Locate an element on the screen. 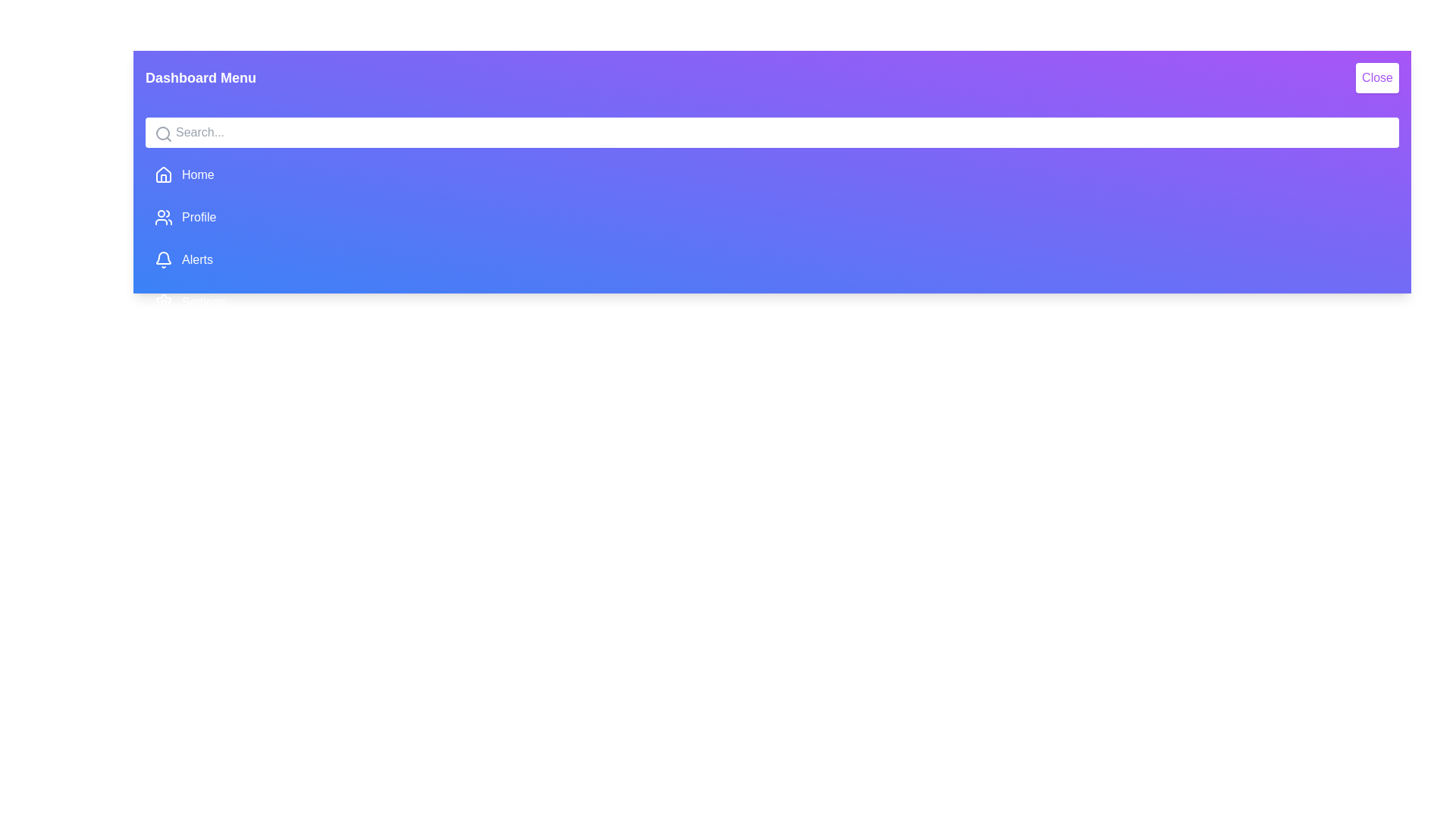 The image size is (1456, 819). the Text label indicating the navigation option for user alerts or notifications, positioned below the 'Profile' menu item and aligned with the bell icon is located at coordinates (196, 259).